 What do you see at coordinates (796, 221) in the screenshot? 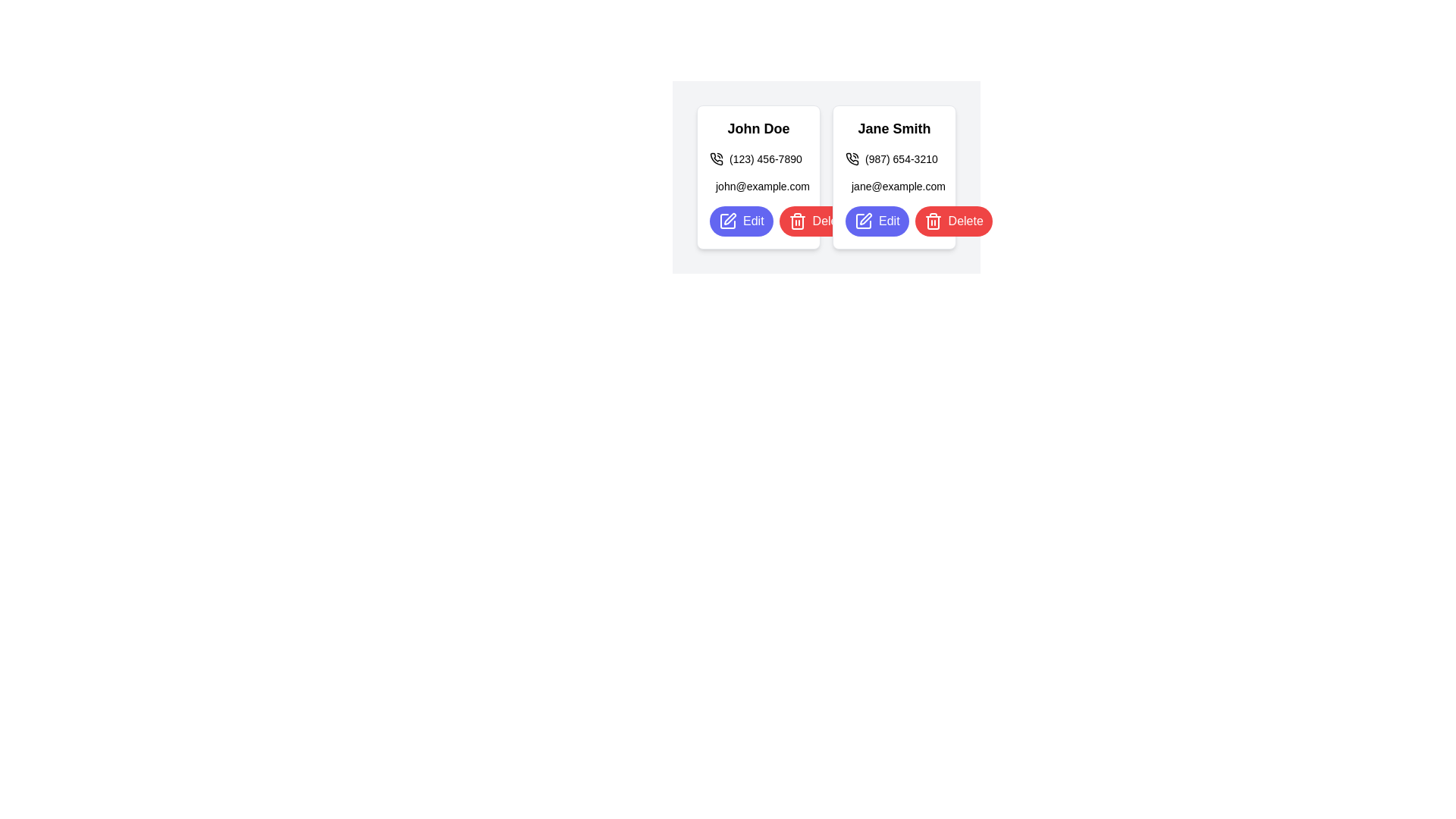
I see `the trash bin icon located at the bottom-right corner of the card layout` at bounding box center [796, 221].